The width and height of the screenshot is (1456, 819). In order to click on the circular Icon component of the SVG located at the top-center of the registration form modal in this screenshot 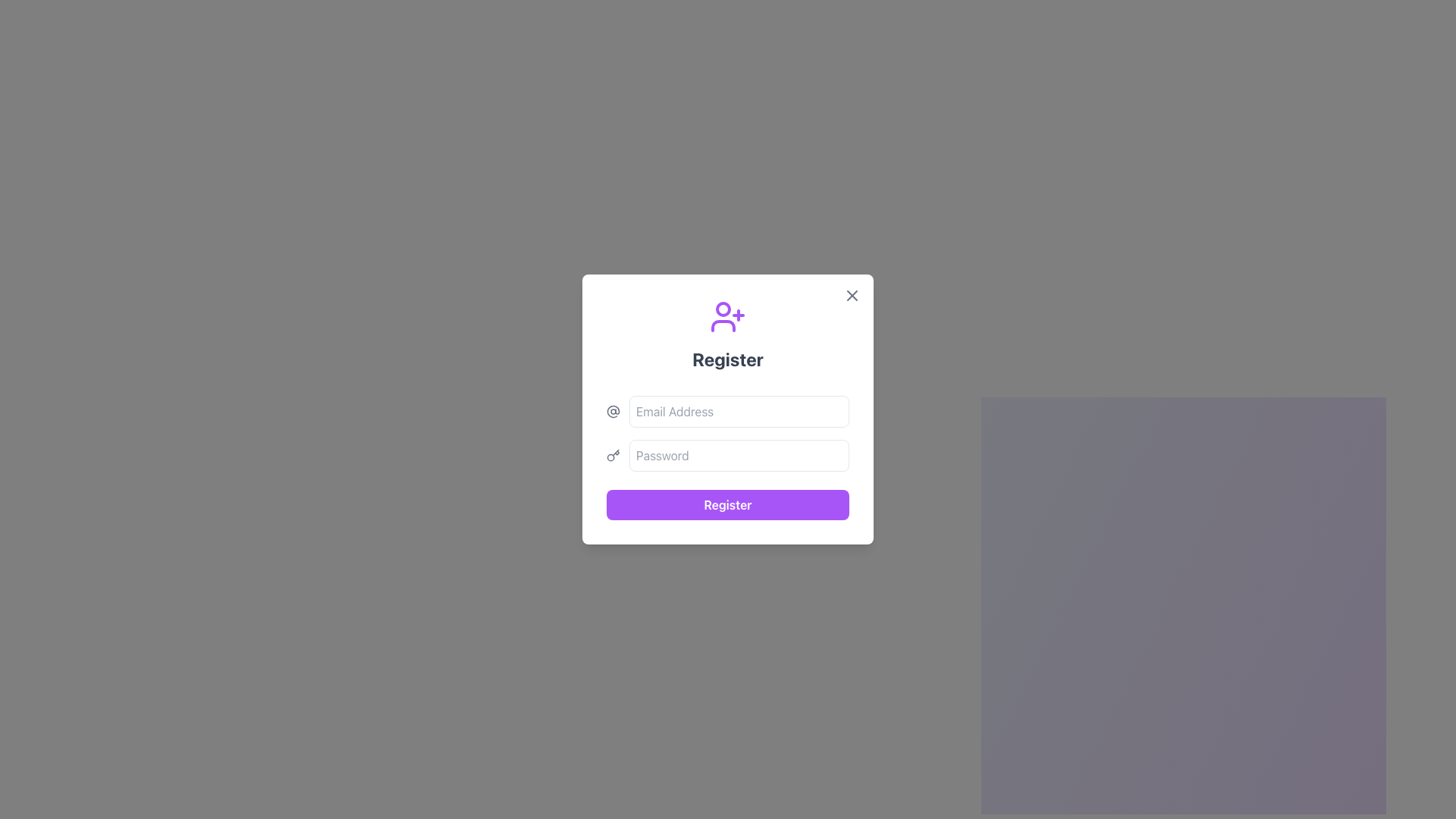, I will do `click(723, 309)`.